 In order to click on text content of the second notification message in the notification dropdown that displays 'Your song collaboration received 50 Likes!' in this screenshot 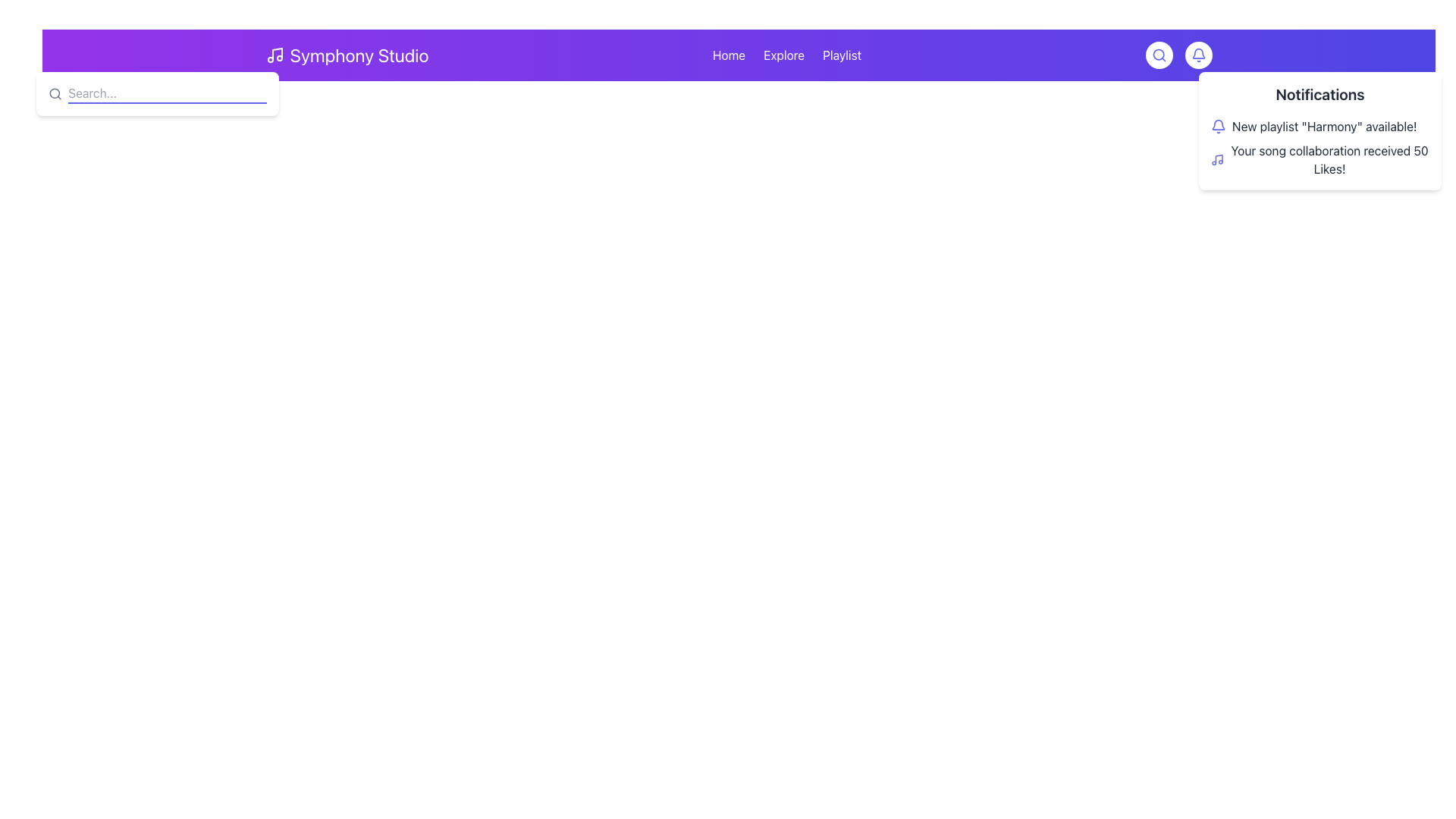, I will do `click(1329, 160)`.